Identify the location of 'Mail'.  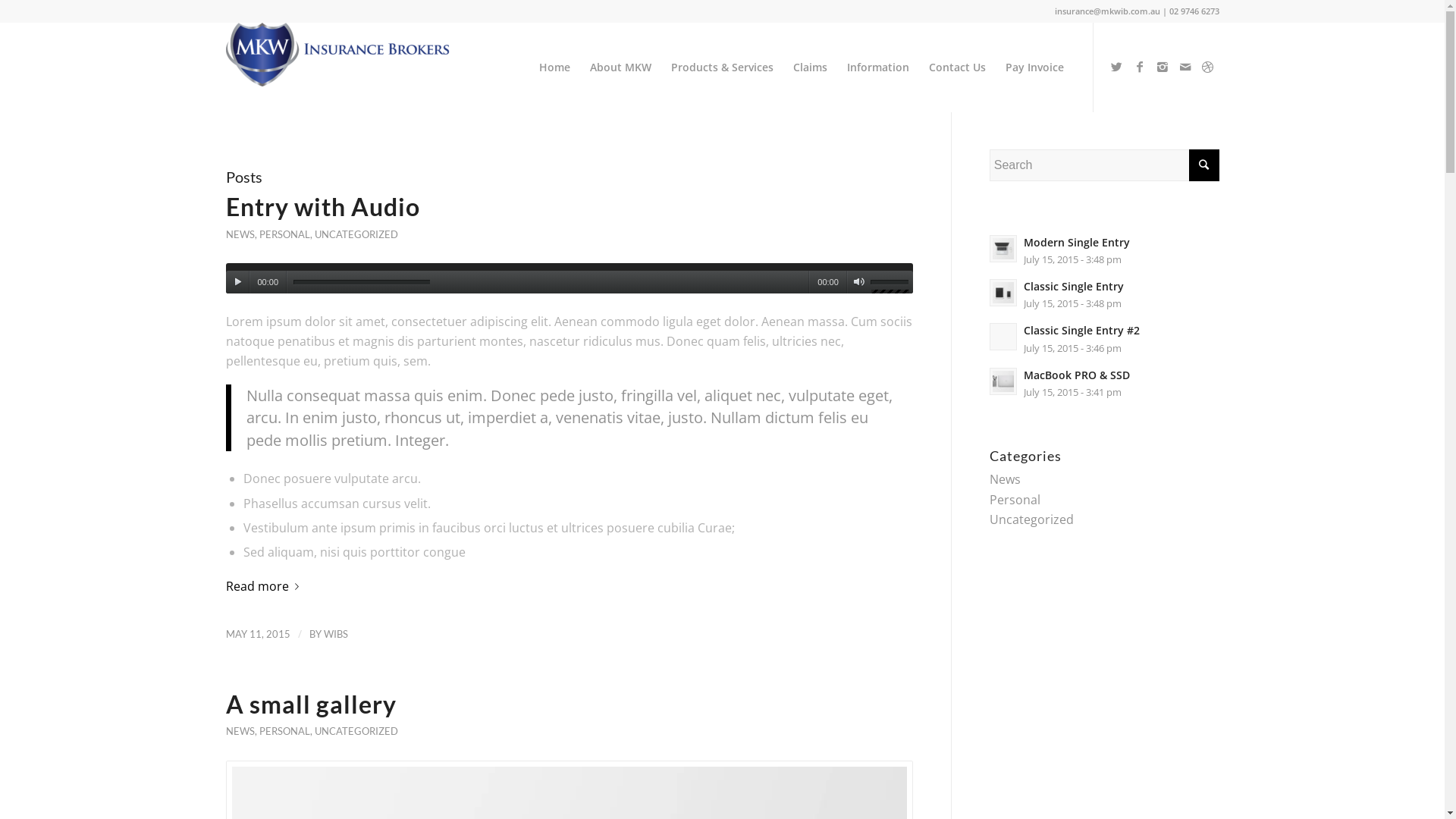
(1185, 66).